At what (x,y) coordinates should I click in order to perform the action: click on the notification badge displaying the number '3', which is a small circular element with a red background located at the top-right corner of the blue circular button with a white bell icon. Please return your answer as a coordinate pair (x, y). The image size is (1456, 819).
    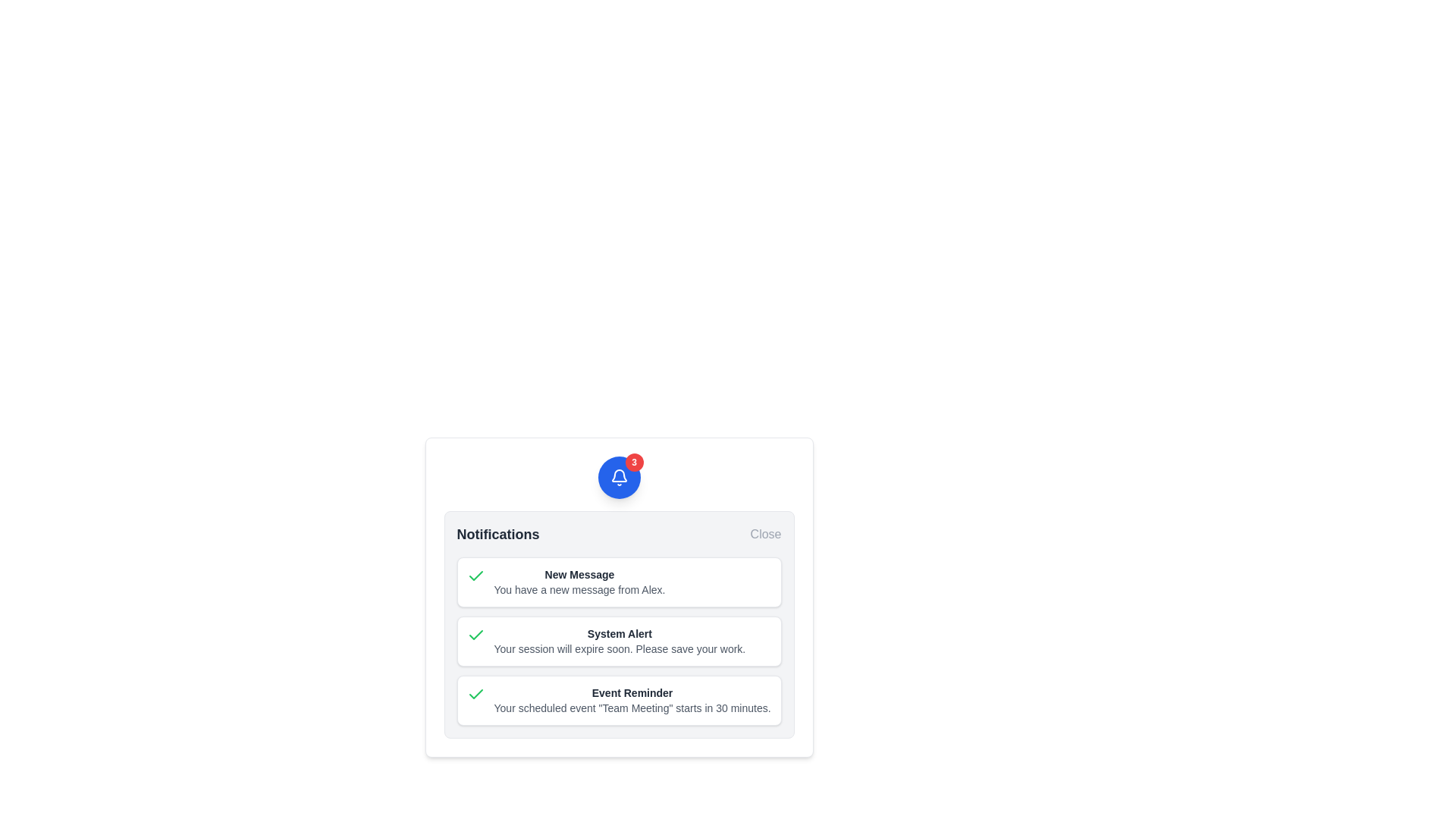
    Looking at the image, I should click on (634, 461).